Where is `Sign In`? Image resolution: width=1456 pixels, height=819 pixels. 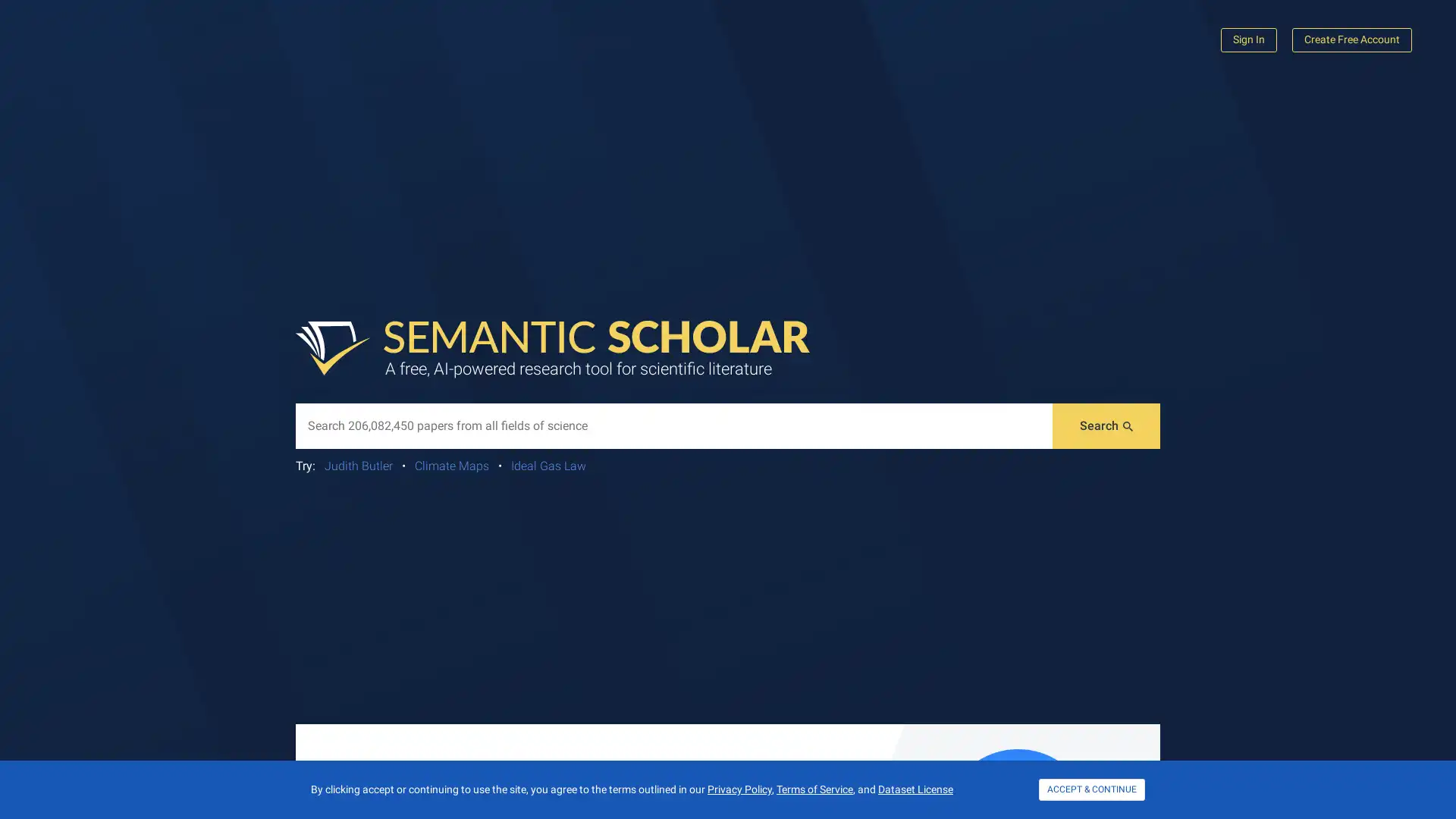 Sign In is located at coordinates (1248, 39).